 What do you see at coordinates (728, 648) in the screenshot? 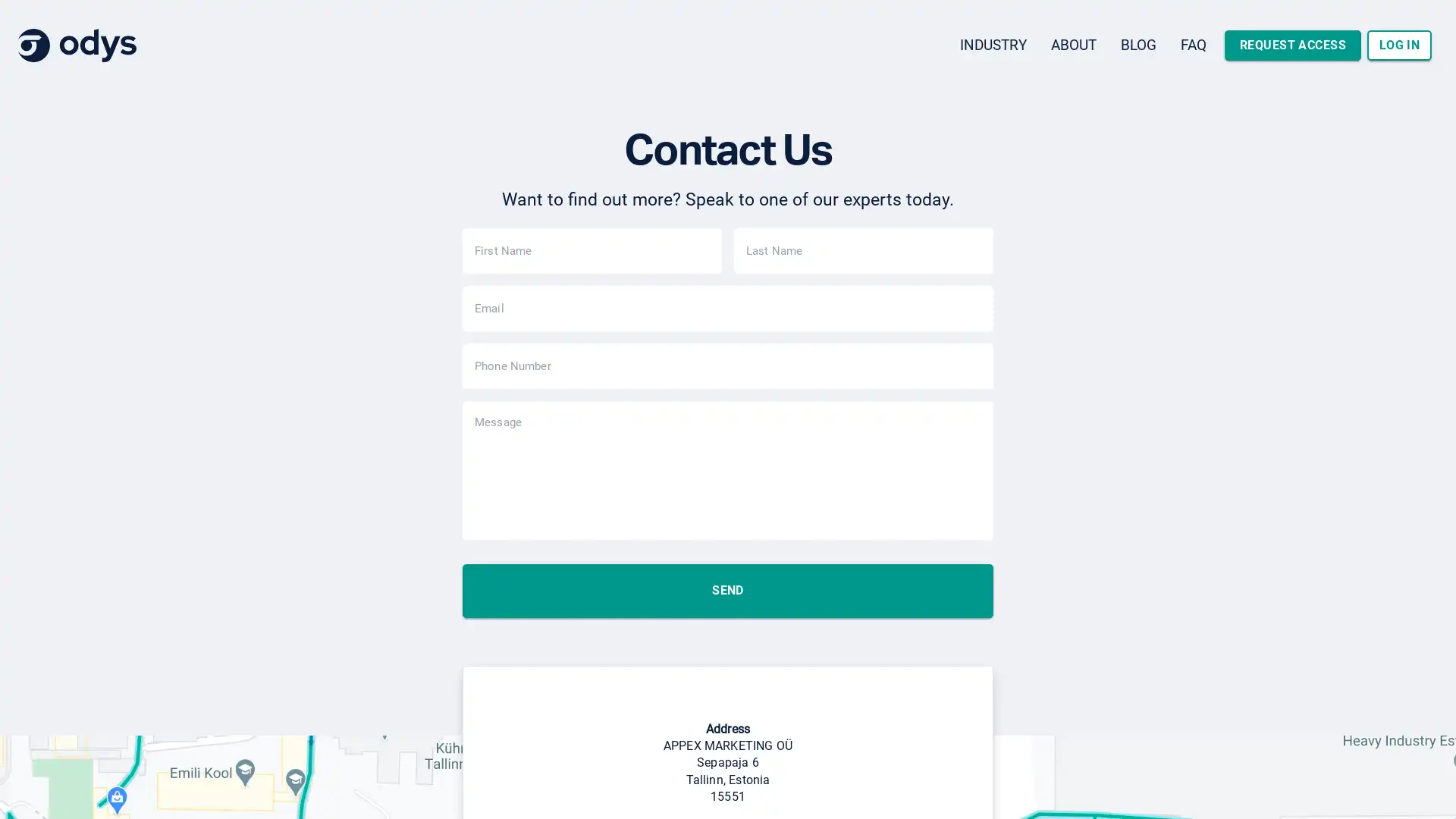
I see `SEND` at bounding box center [728, 648].